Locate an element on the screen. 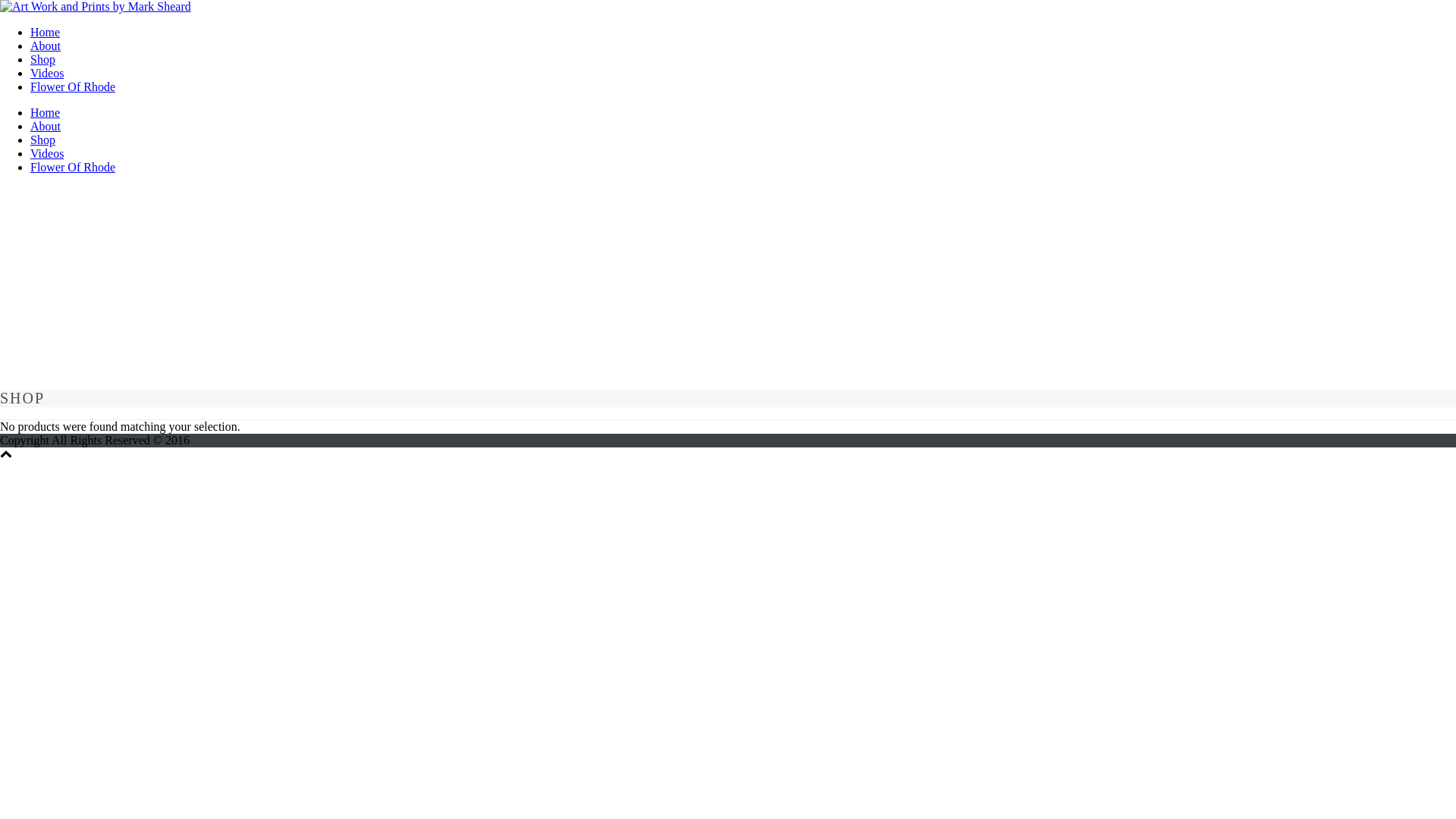  'Videos' is located at coordinates (47, 153).